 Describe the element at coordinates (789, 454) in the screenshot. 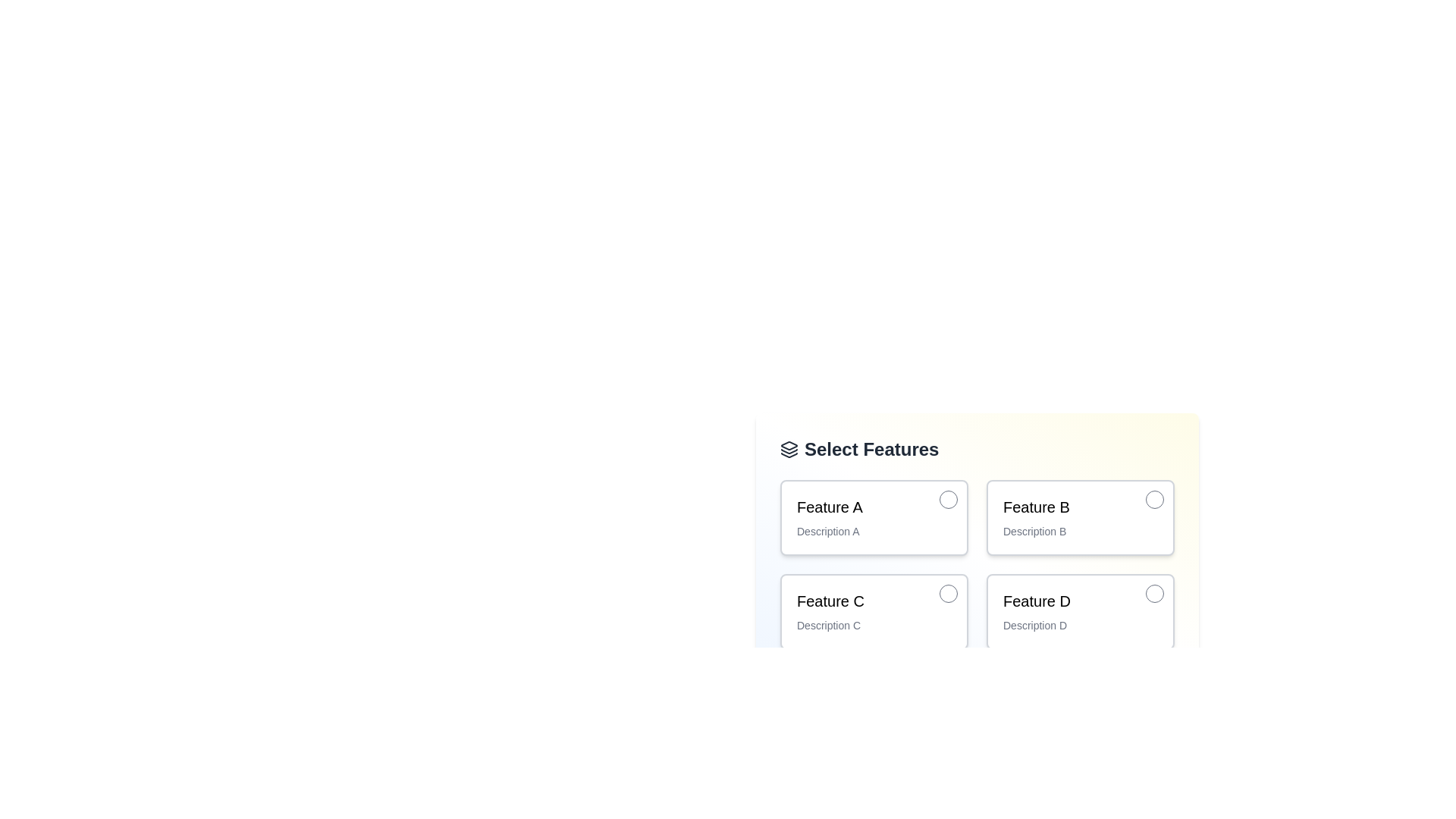

I see `the third layer of the stacked layers icon` at that location.